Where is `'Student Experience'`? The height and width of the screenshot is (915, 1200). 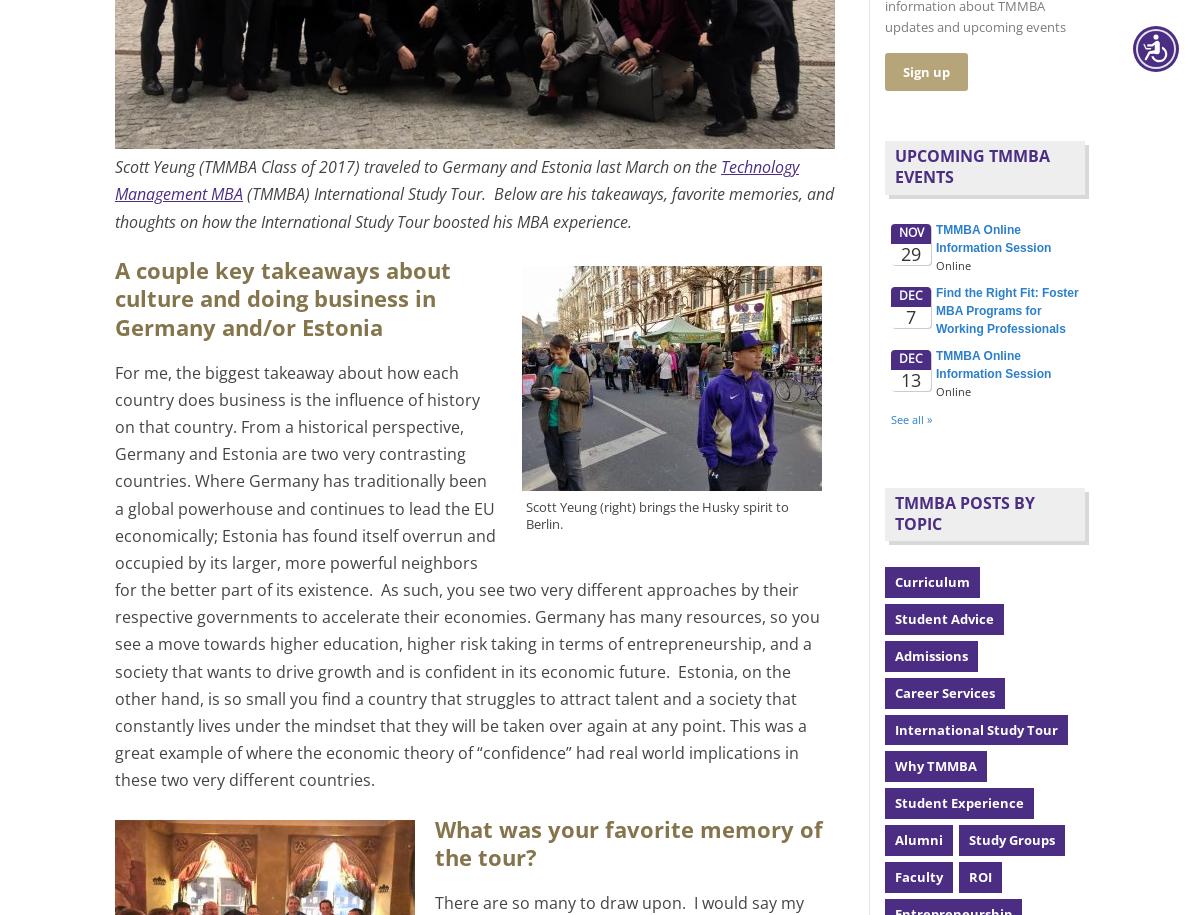 'Student Experience' is located at coordinates (959, 802).